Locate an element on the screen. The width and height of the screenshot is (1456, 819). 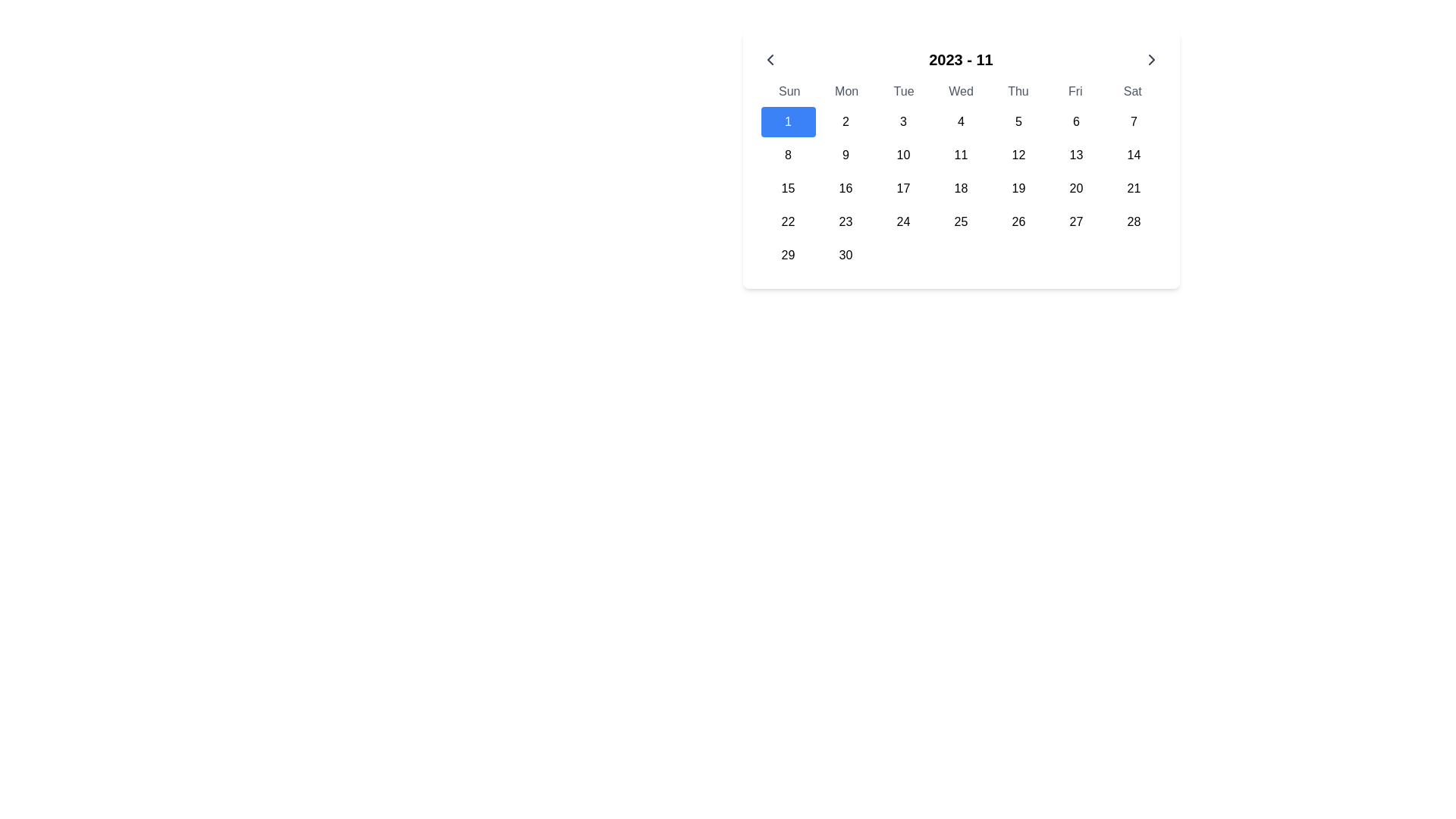
the button representing the 14th day of the month in the calendar, located in the second row and sixth column under the Saturday column is located at coordinates (1134, 155).